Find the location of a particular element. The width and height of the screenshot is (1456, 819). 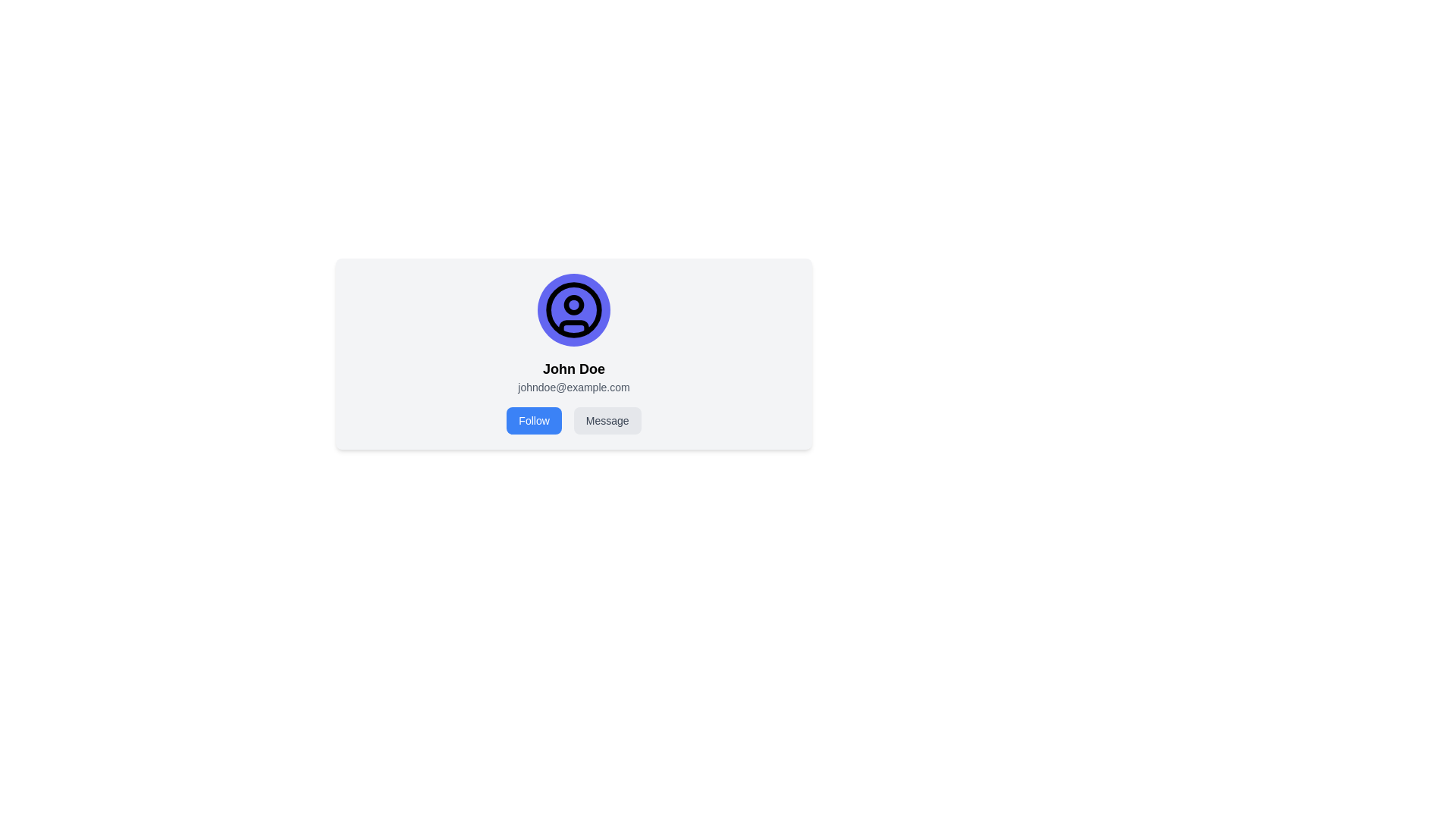

the circular profile icon representing the user, which is centrally located within the user avatar graphic is located at coordinates (573, 309).